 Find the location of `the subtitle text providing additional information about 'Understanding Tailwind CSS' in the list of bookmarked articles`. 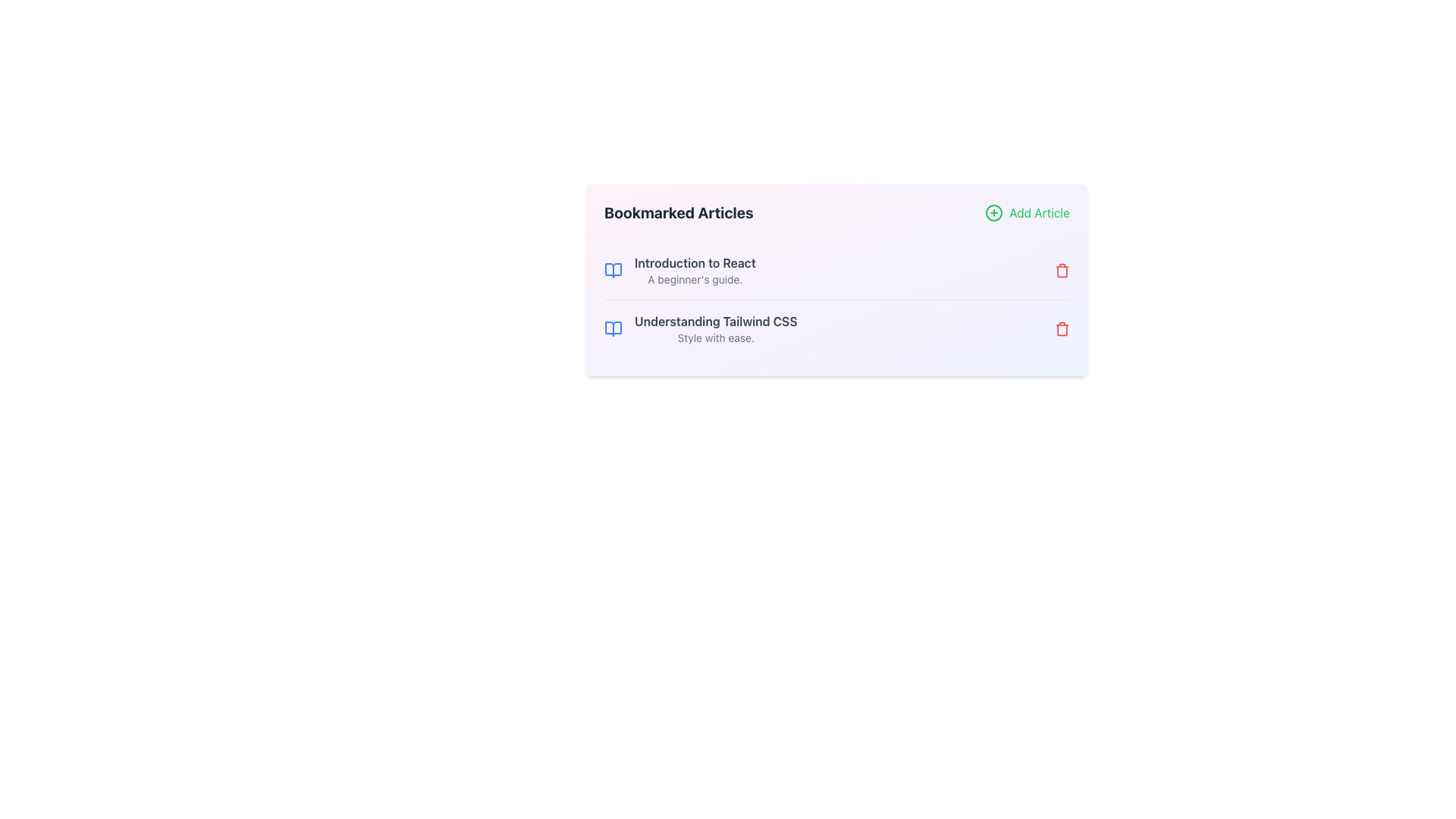

the subtitle text providing additional information about 'Understanding Tailwind CSS' in the list of bookmarked articles is located at coordinates (715, 337).